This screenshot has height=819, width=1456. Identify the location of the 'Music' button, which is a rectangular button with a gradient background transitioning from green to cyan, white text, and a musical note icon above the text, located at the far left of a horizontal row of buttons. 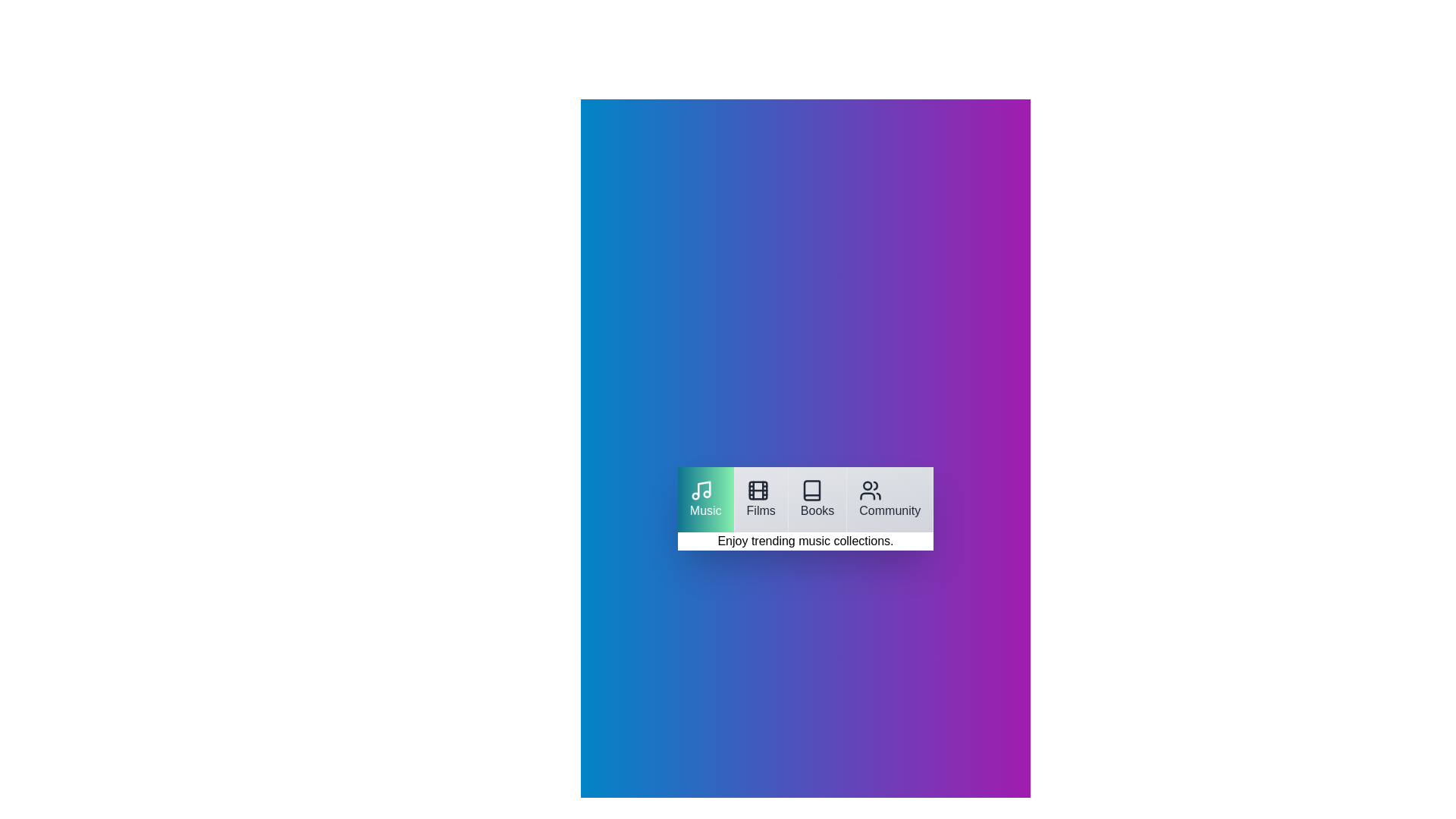
(705, 500).